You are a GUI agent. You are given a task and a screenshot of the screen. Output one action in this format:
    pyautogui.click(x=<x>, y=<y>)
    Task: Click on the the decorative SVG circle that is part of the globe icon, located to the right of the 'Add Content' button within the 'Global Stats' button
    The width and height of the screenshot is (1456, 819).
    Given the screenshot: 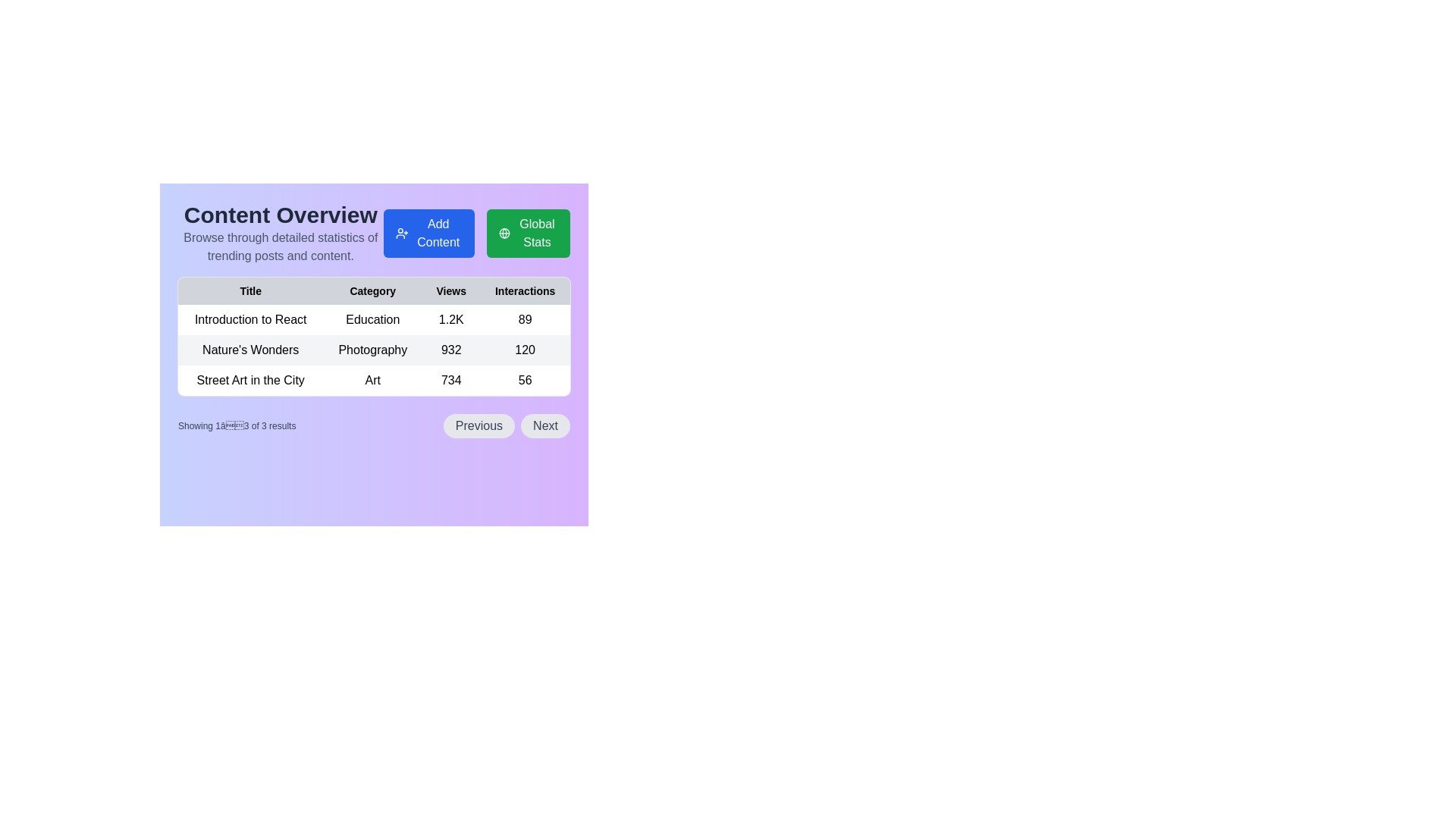 What is the action you would take?
    pyautogui.click(x=504, y=234)
    